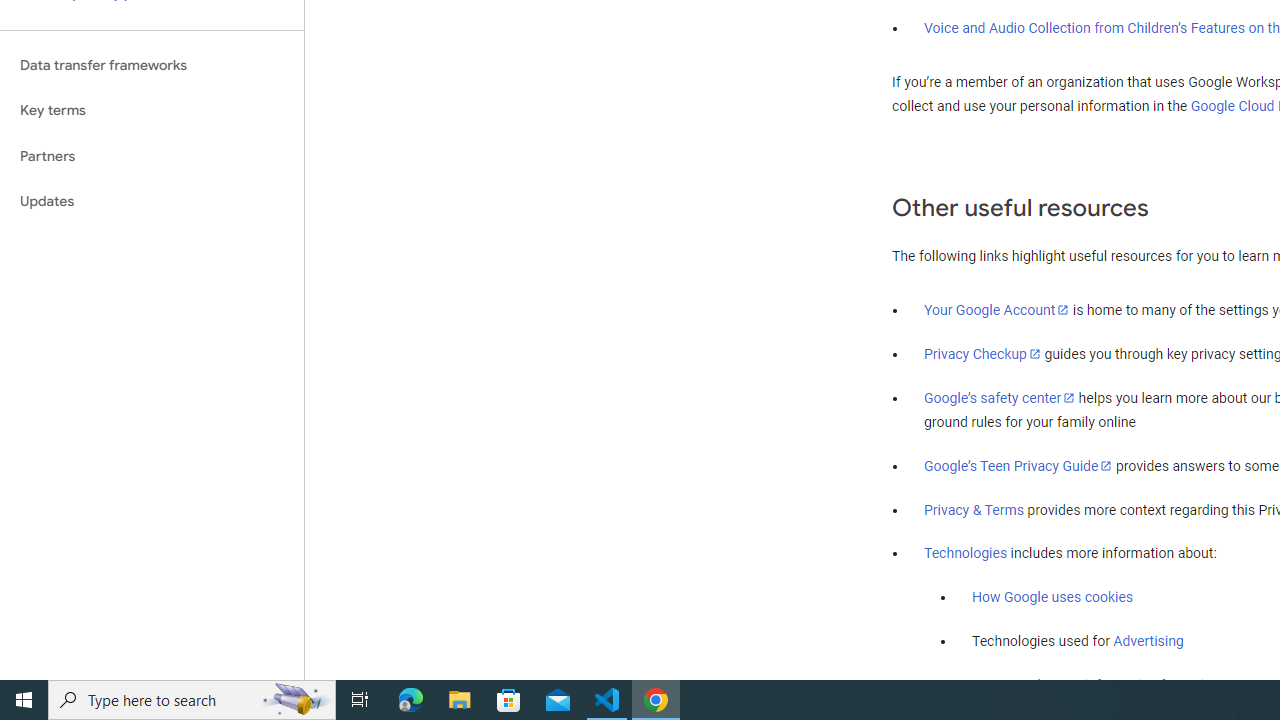 The width and height of the screenshot is (1280, 720). I want to click on 'How Google uses cookies', so click(1051, 596).